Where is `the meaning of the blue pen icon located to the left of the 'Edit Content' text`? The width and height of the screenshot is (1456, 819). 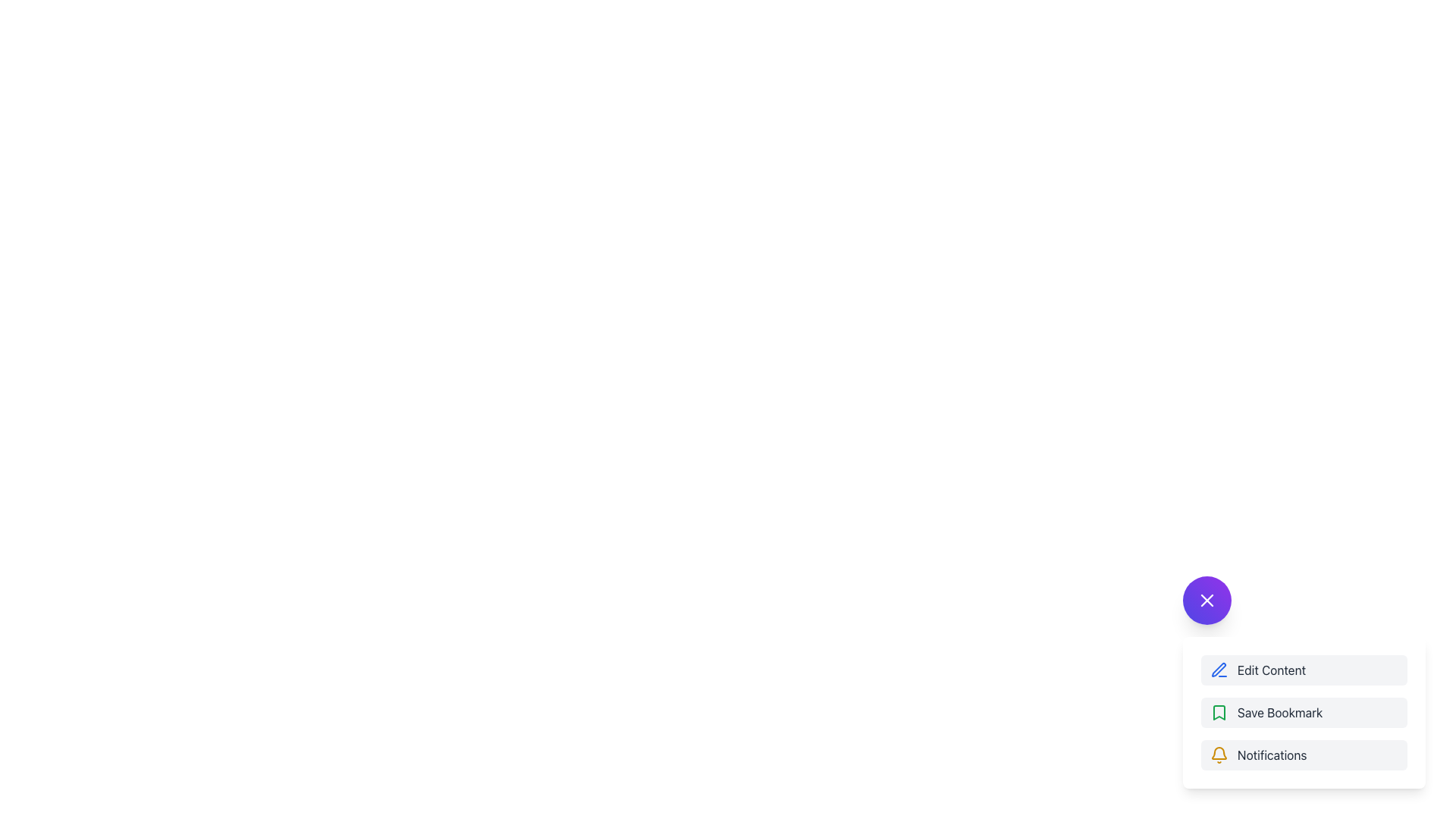
the meaning of the blue pen icon located to the left of the 'Edit Content' text is located at coordinates (1219, 669).